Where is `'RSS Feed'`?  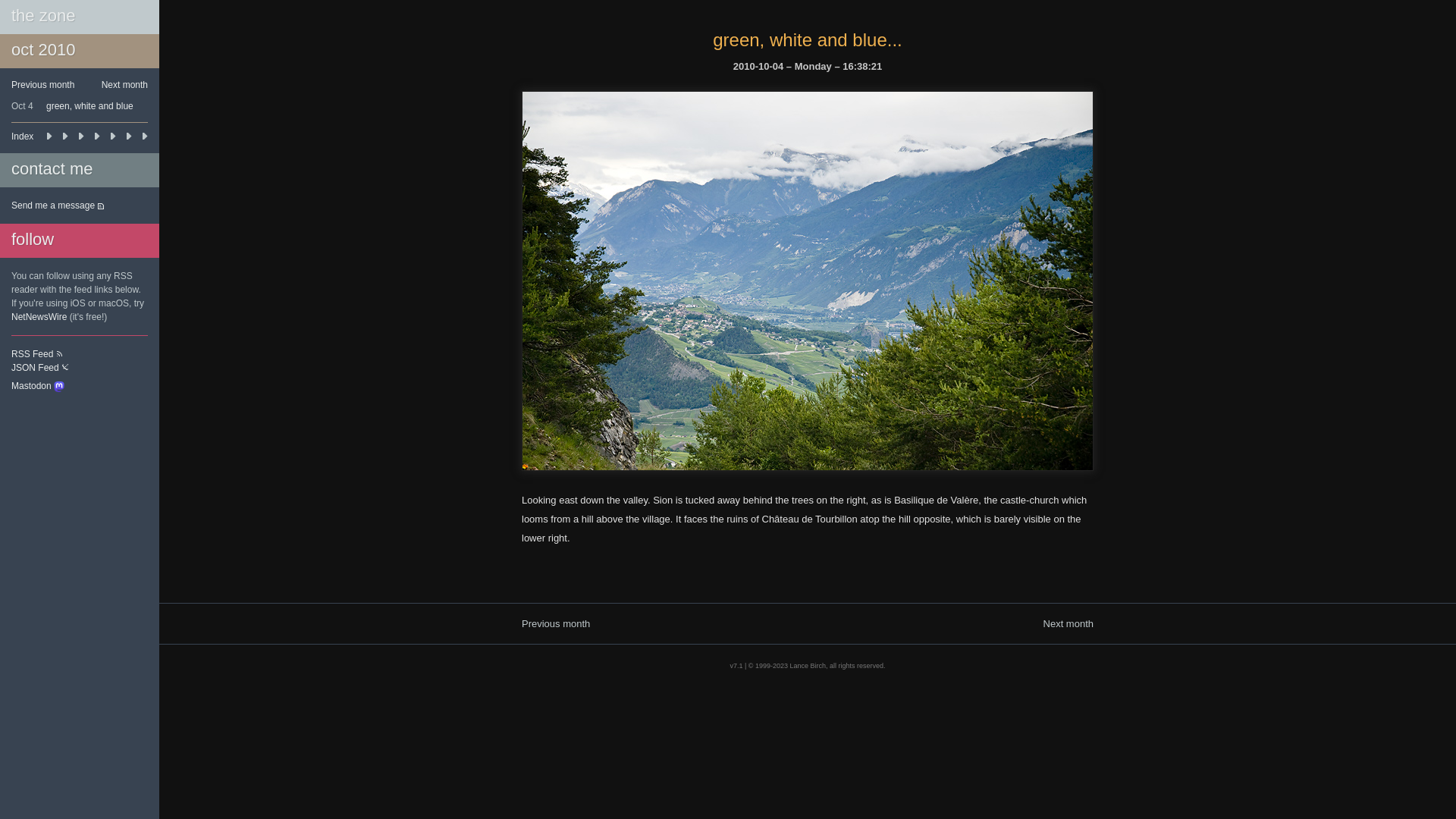 'RSS Feed' is located at coordinates (37, 353).